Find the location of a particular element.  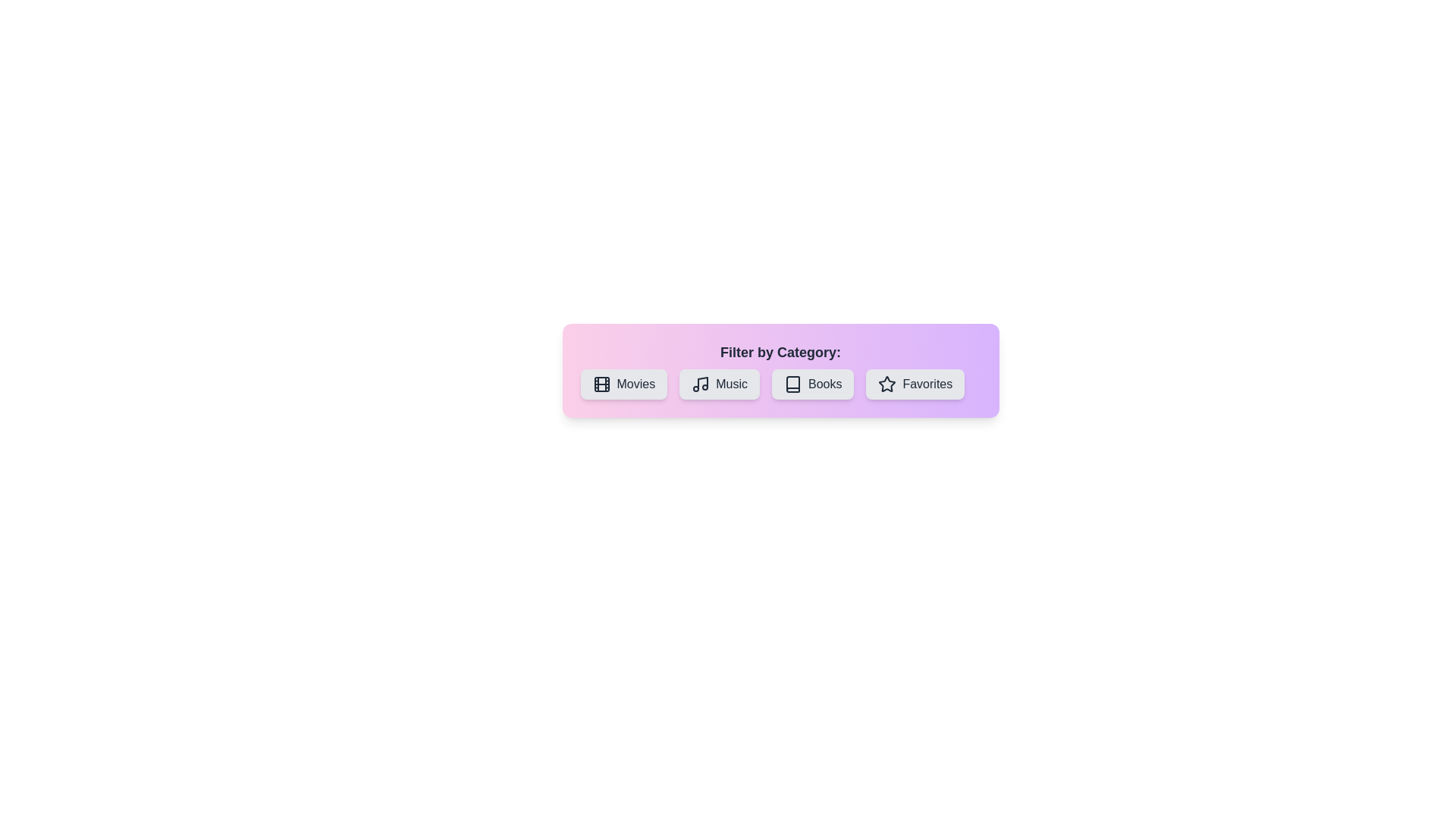

the 'Movies' button to toggle its selected state is located at coordinates (623, 383).